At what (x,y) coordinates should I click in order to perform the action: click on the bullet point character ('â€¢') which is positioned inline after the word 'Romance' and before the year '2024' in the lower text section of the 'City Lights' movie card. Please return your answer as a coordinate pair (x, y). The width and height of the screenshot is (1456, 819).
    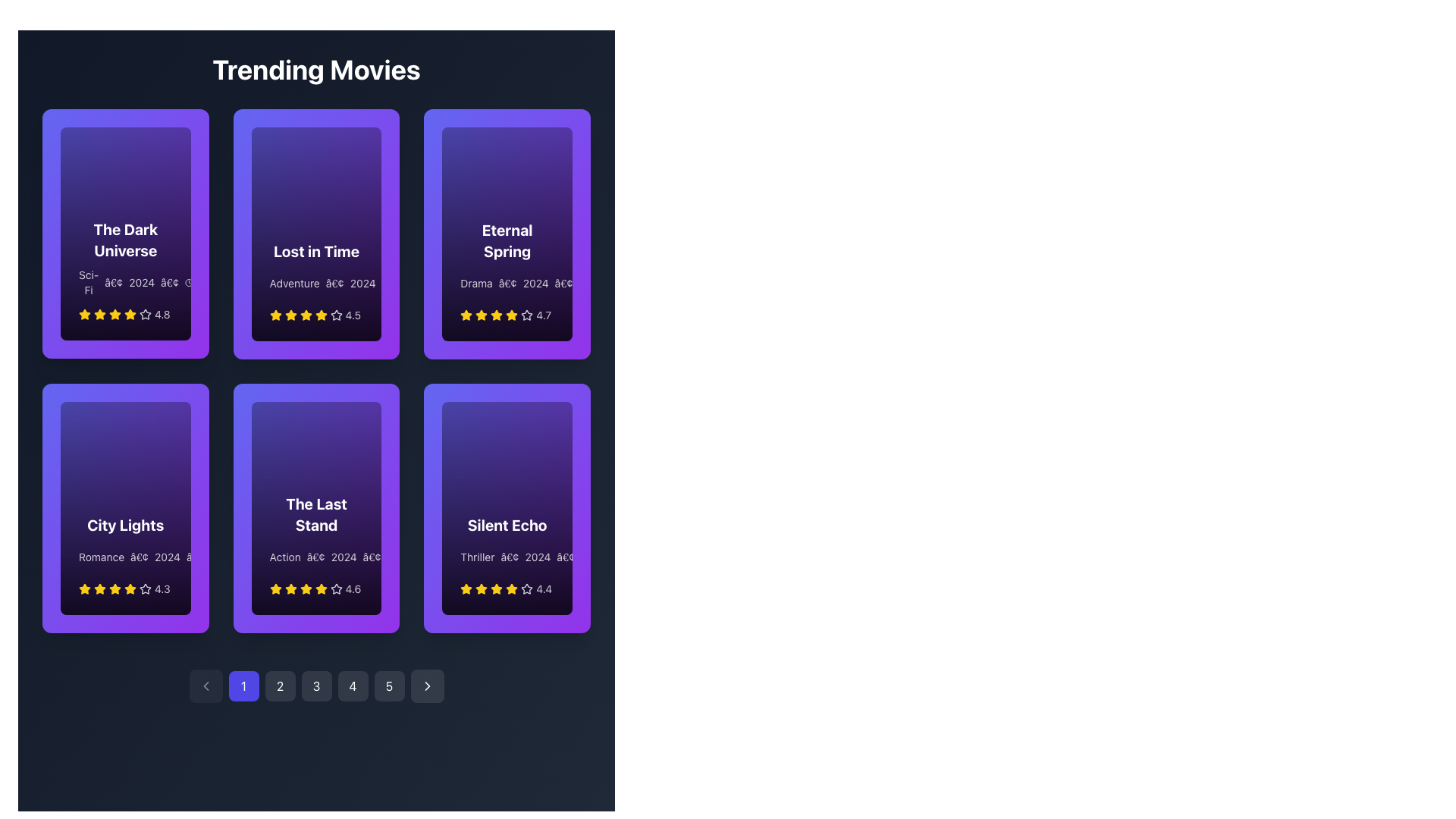
    Looking at the image, I should click on (140, 557).